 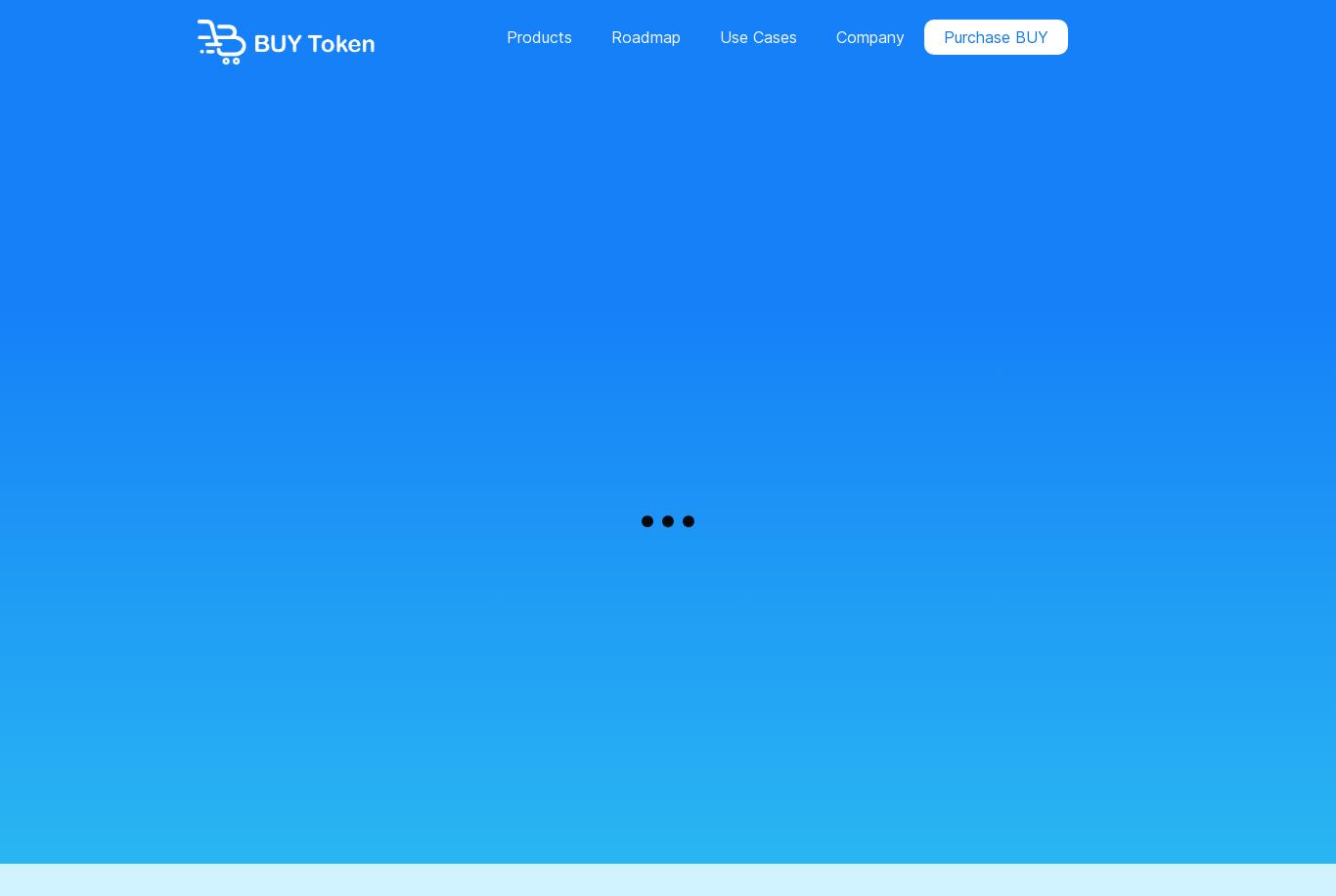 I want to click on 'On Demand Delivery Solution that leverages the BUY Token and blockchain technology to provide secure, transparent, and efficient delivery services for businesses.', so click(x=660, y=202).